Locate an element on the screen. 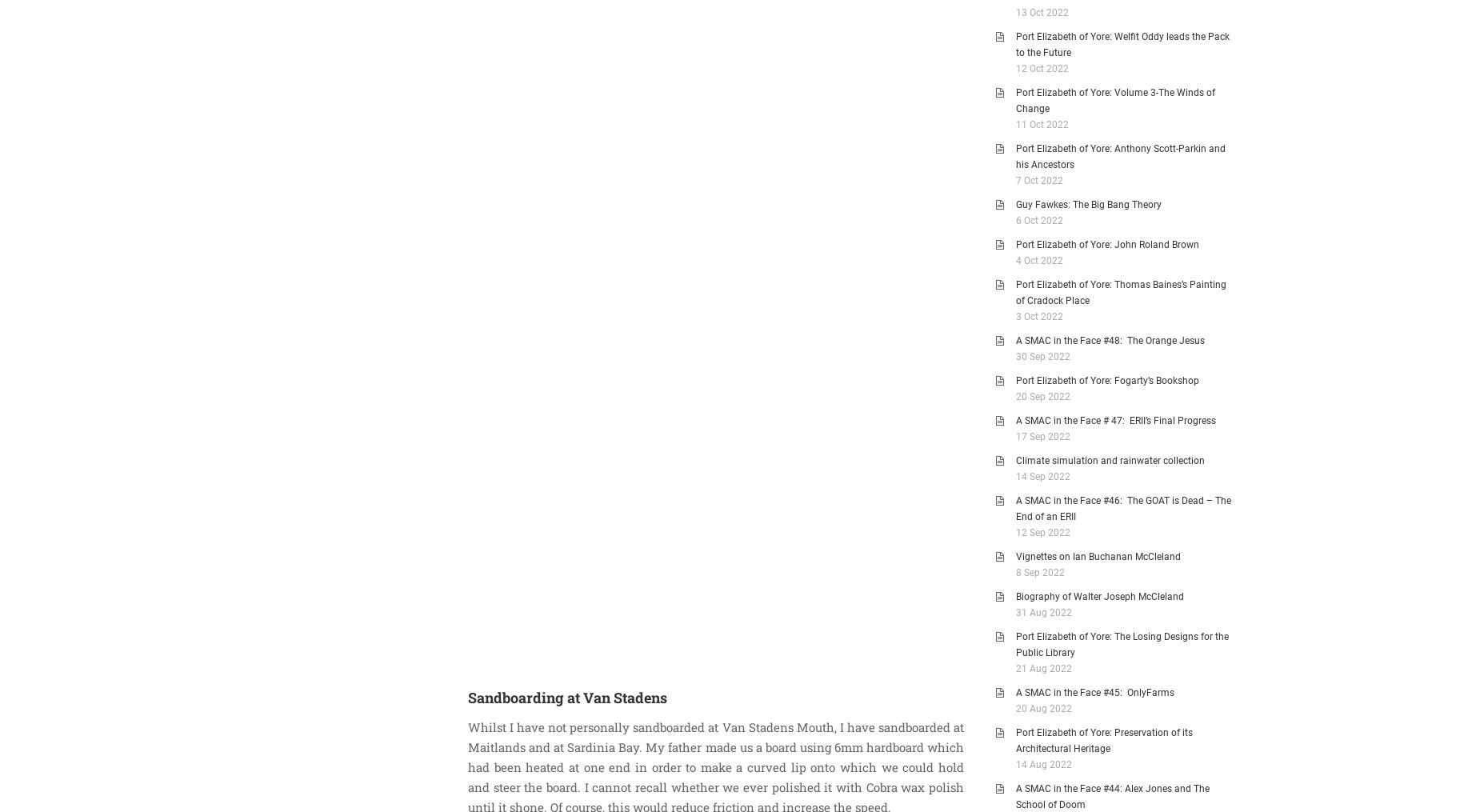 This screenshot has height=812, width=1480. '17 Sep 2022' is located at coordinates (1042, 436).